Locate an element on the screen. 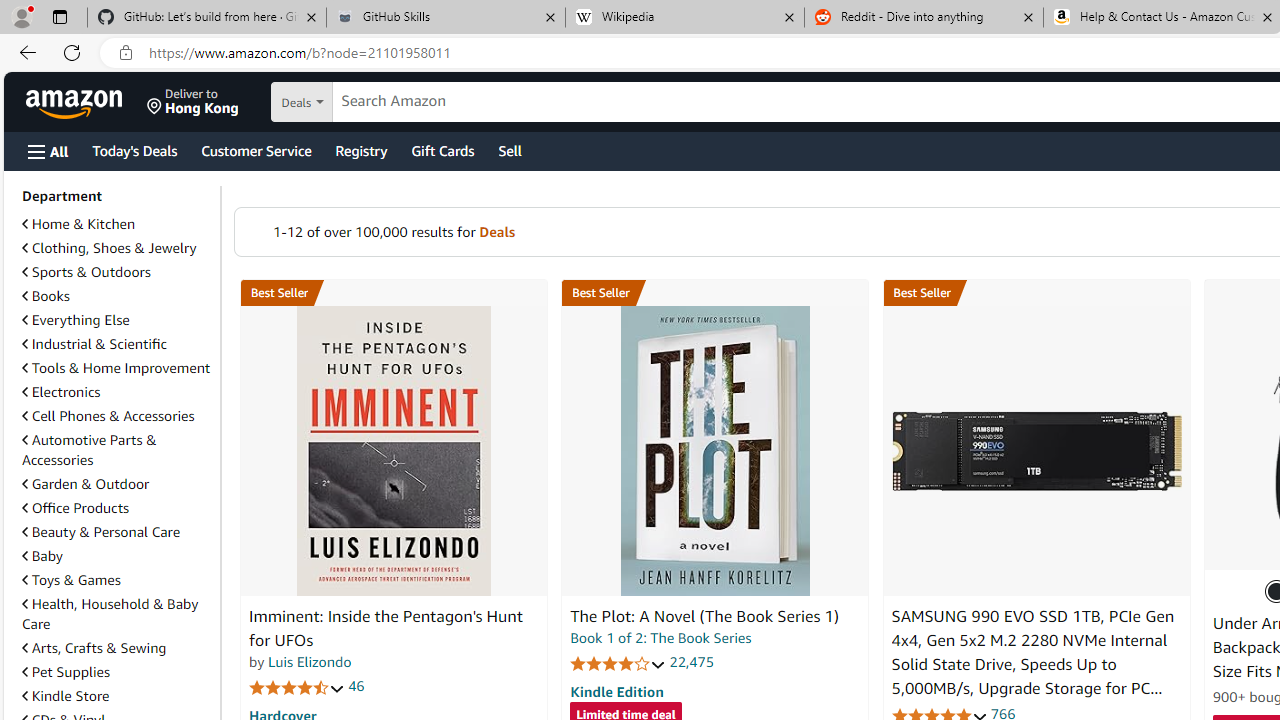 The image size is (1280, 720). 'Electronics' is located at coordinates (116, 392).